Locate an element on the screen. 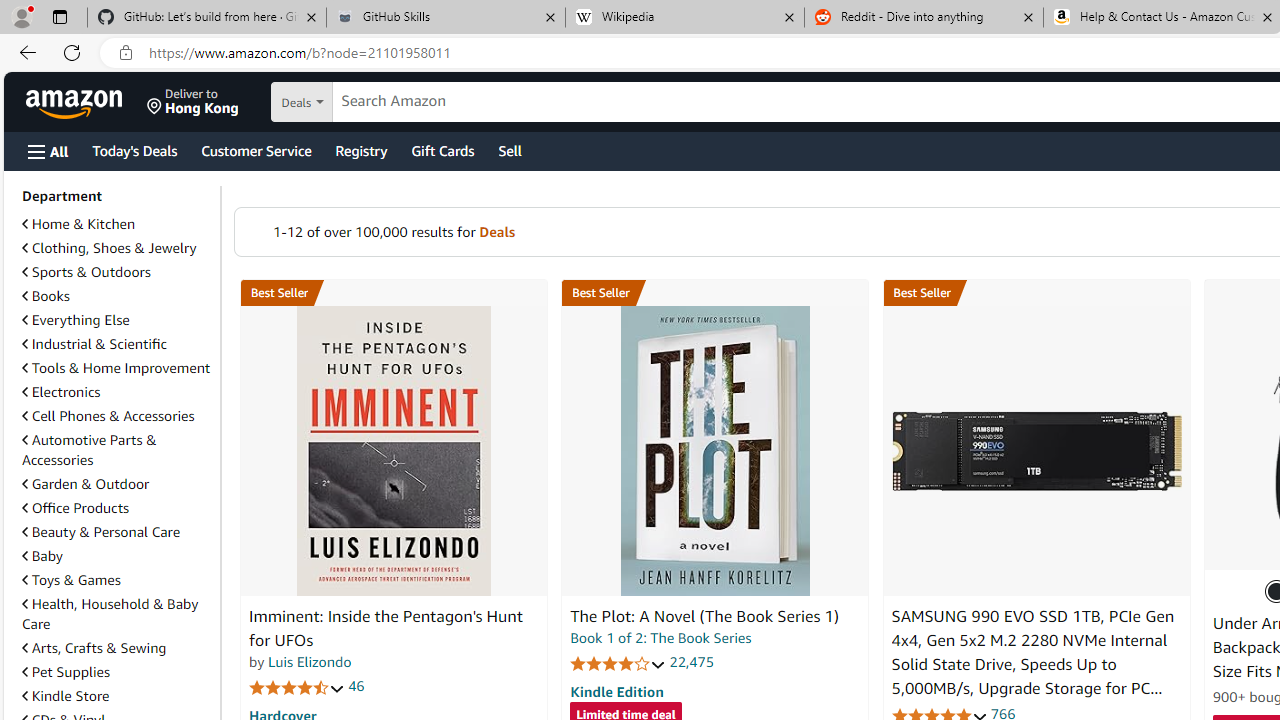 The image size is (1280, 720). 'Electronics' is located at coordinates (116, 392).